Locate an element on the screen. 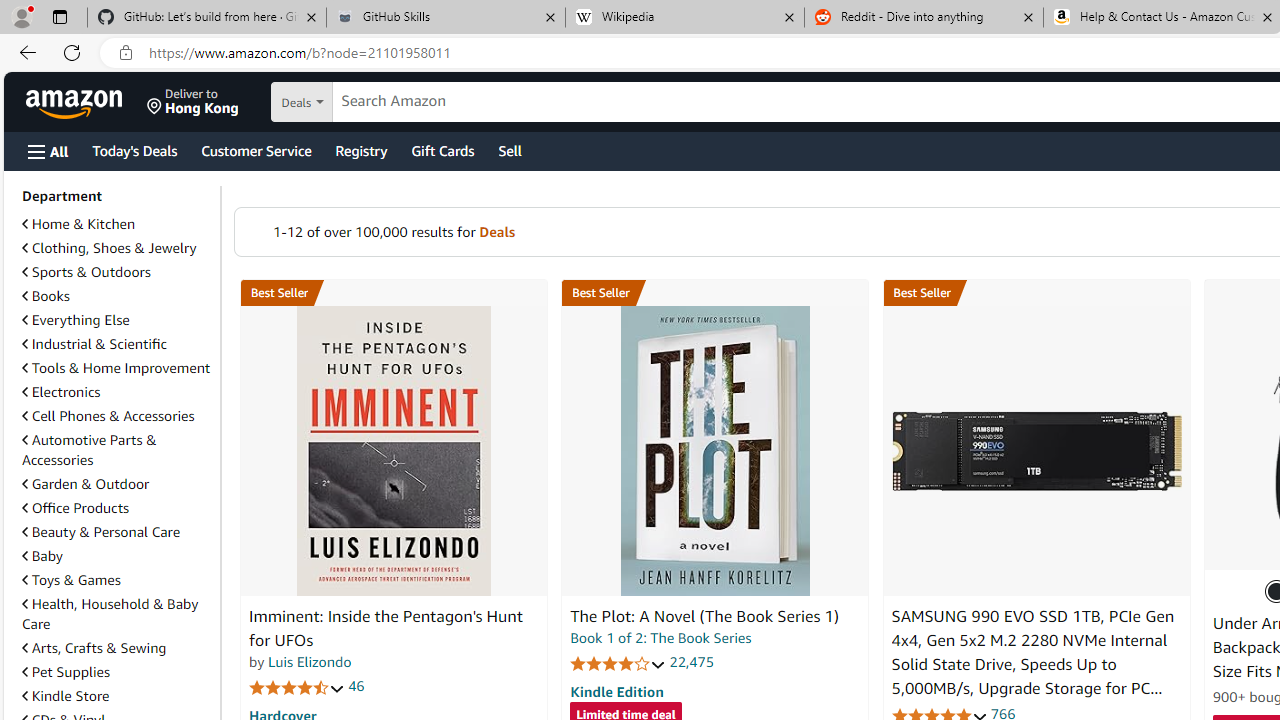 The image size is (1280, 720). 'Electronics' is located at coordinates (116, 392).